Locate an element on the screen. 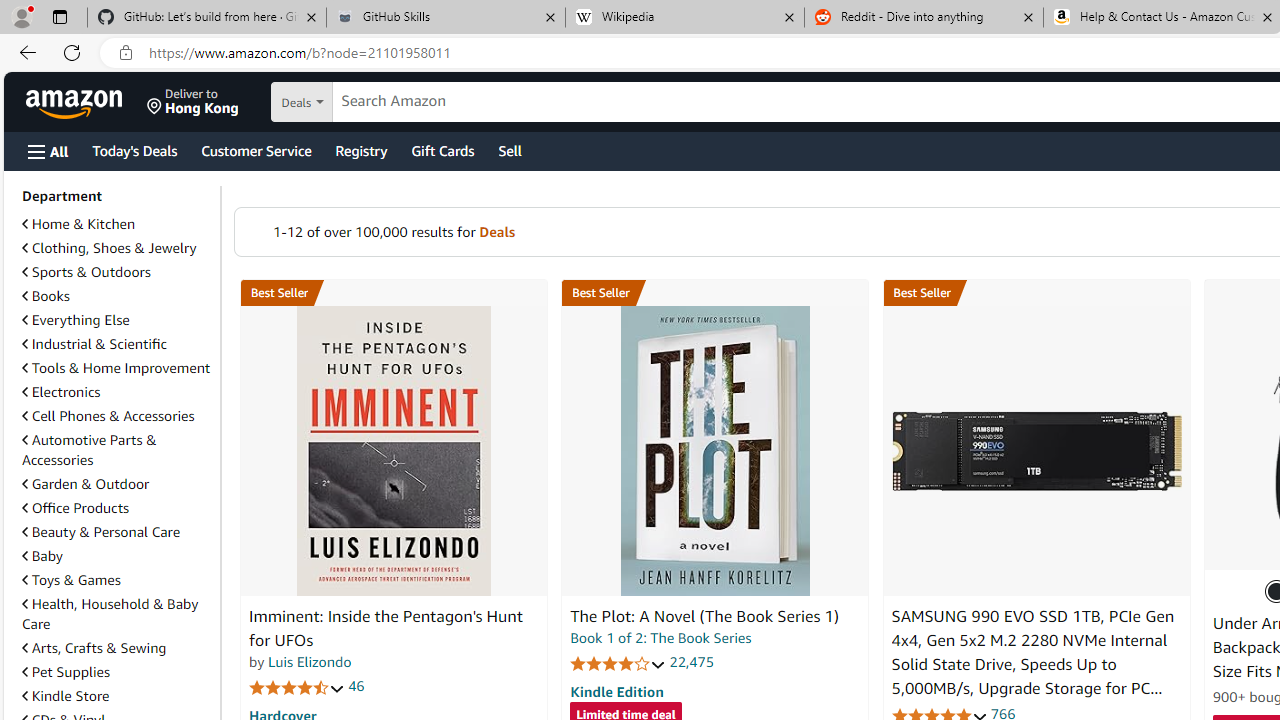 The image size is (1280, 720). 'Electronics' is located at coordinates (116, 392).